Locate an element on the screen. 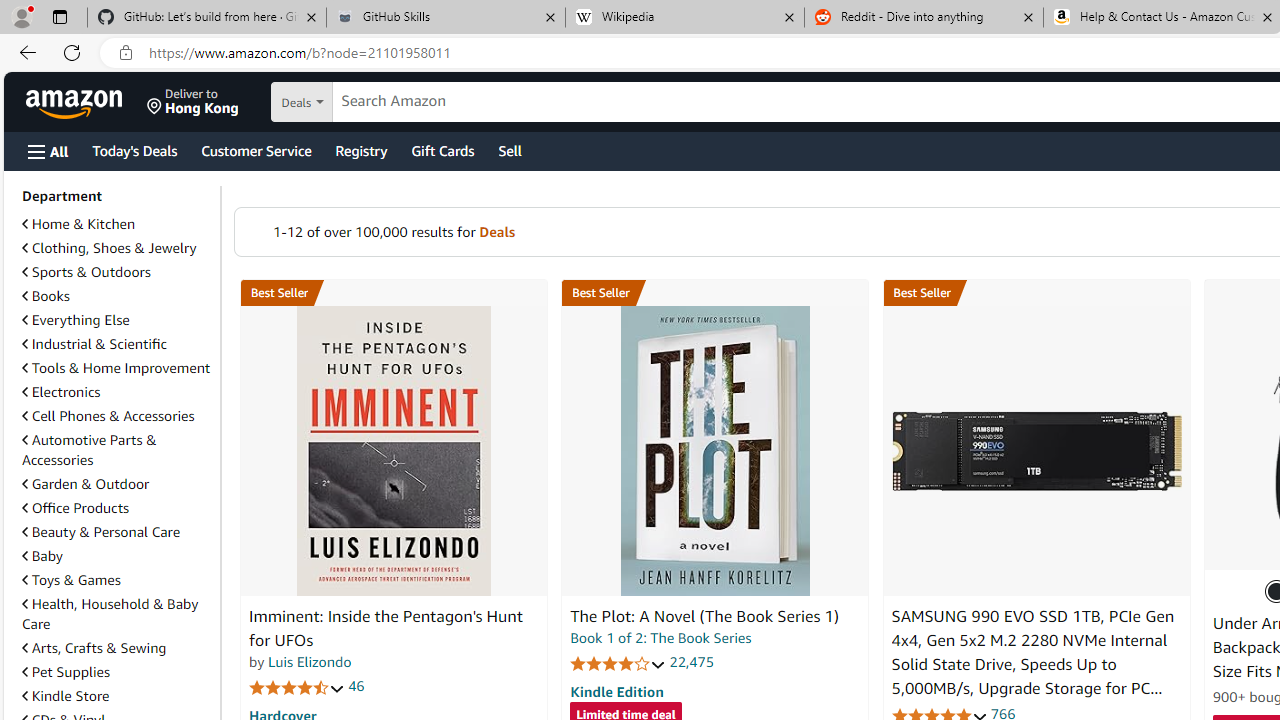 The image size is (1280, 720). 'Electronics' is located at coordinates (116, 392).